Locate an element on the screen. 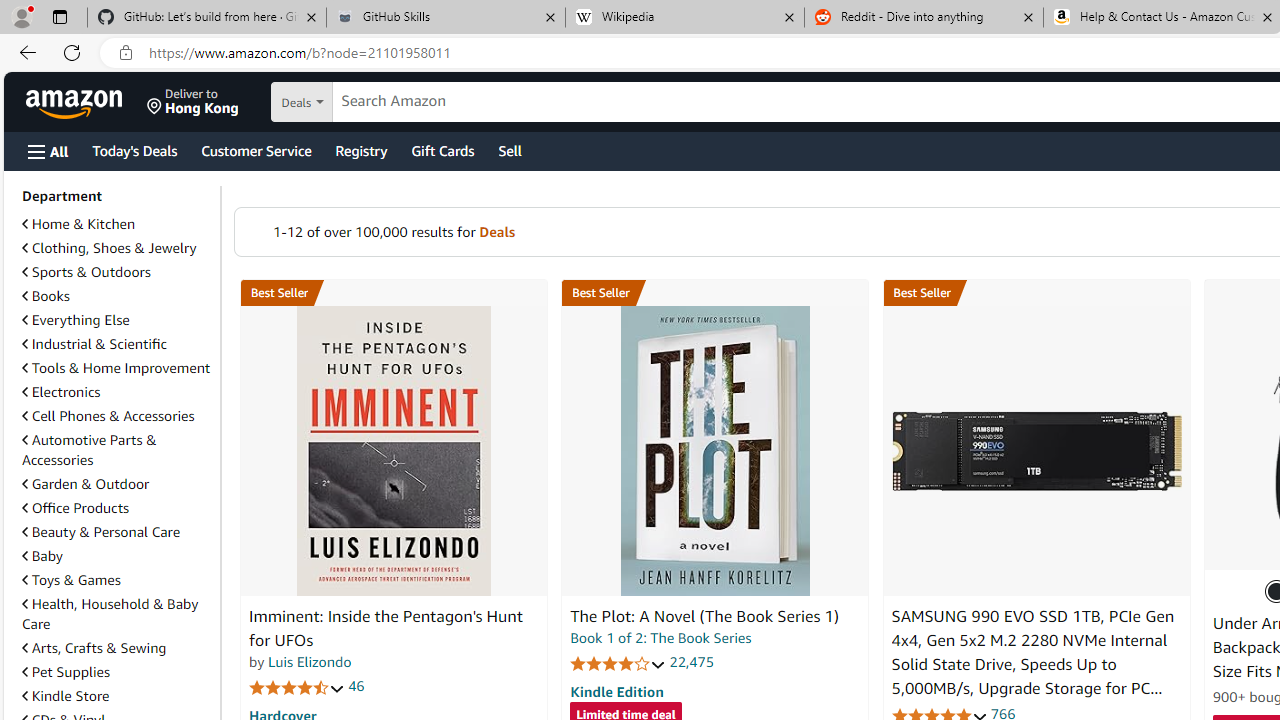 The image size is (1280, 720). 'Electronics' is located at coordinates (116, 392).